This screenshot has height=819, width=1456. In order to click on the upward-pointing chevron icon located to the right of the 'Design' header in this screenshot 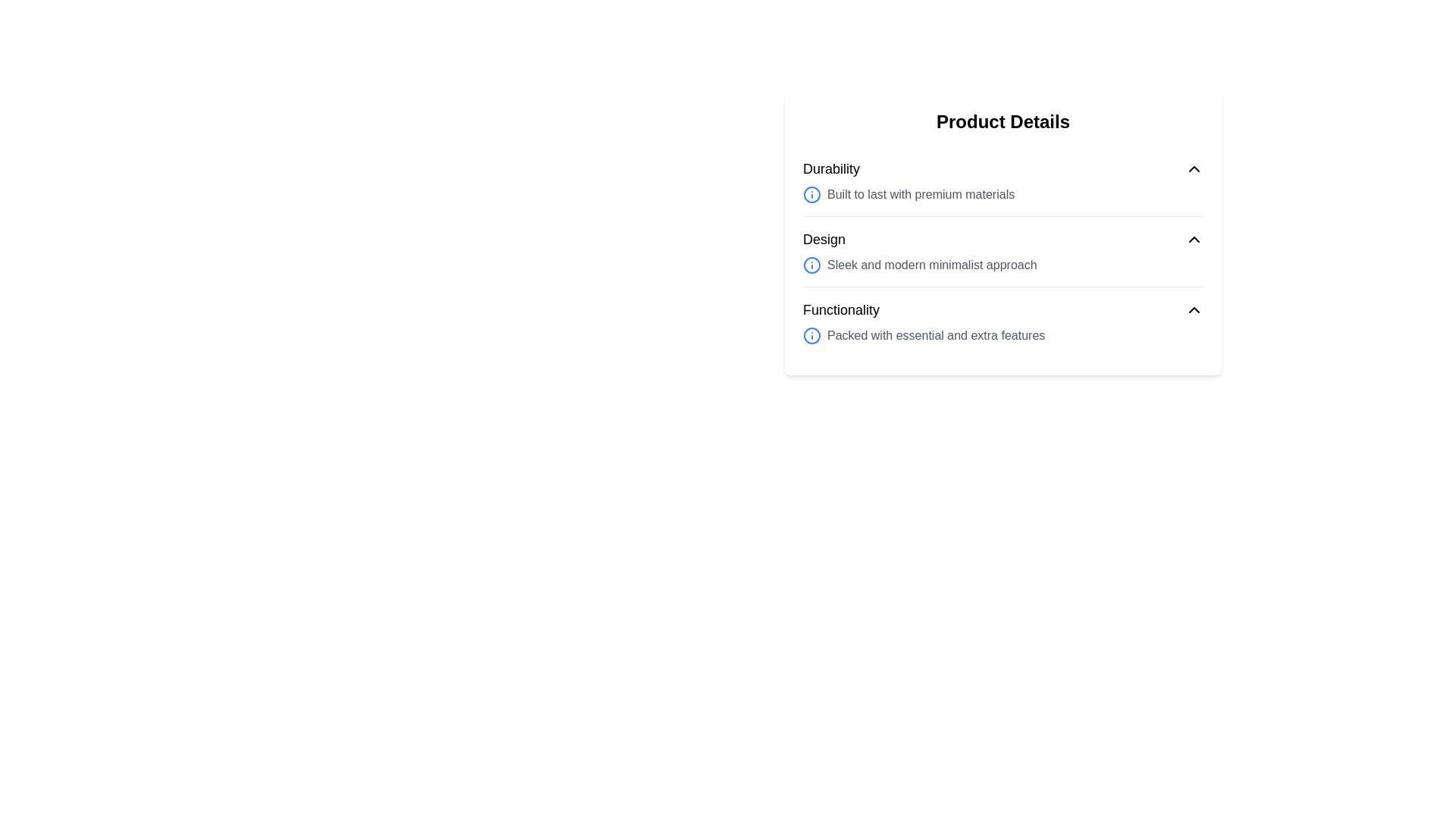, I will do `click(1193, 239)`.